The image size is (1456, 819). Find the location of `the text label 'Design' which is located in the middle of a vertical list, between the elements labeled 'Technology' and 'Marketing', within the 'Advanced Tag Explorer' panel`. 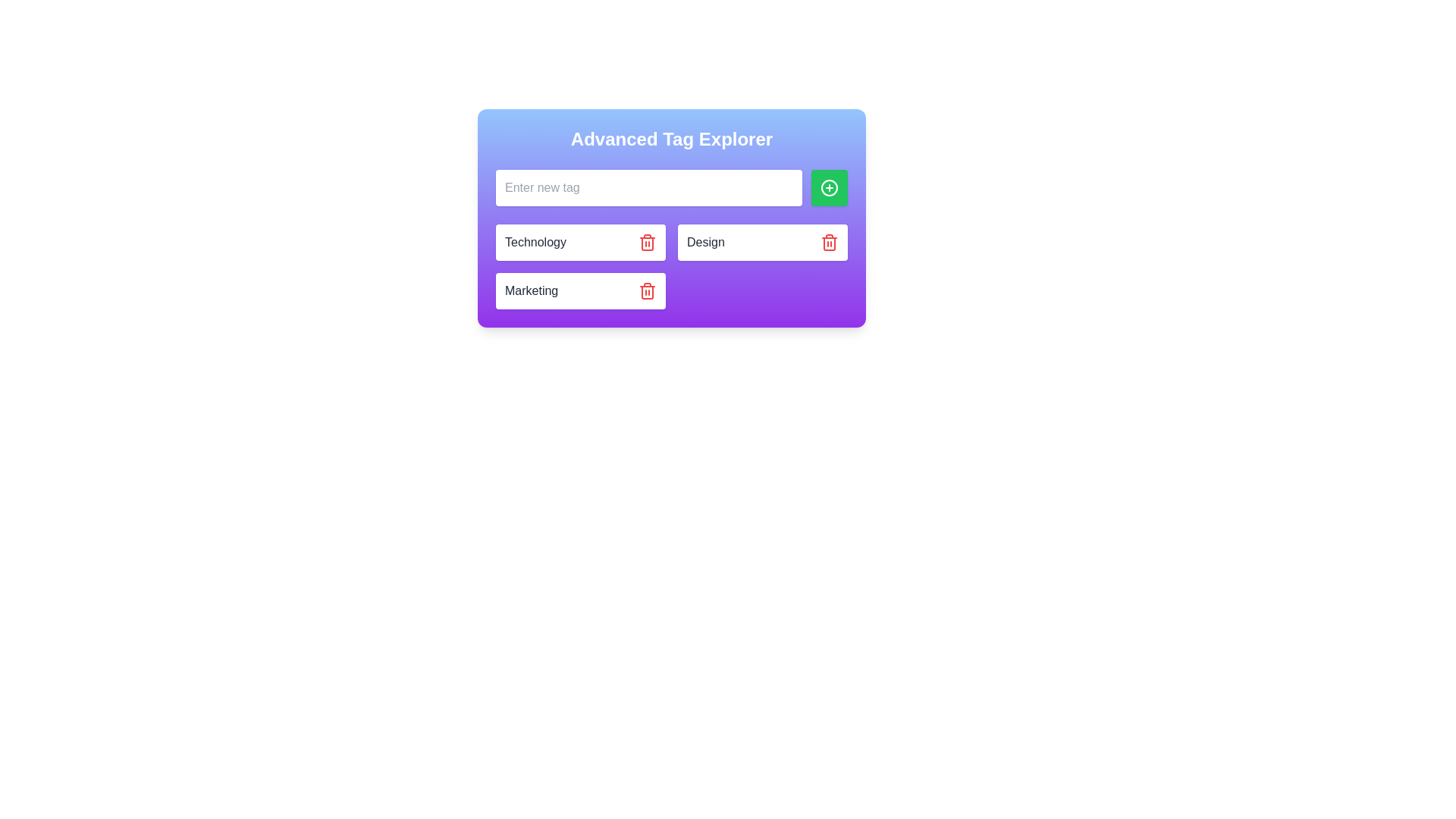

the text label 'Design' which is located in the middle of a vertical list, between the elements labeled 'Technology' and 'Marketing', within the 'Advanced Tag Explorer' panel is located at coordinates (704, 242).